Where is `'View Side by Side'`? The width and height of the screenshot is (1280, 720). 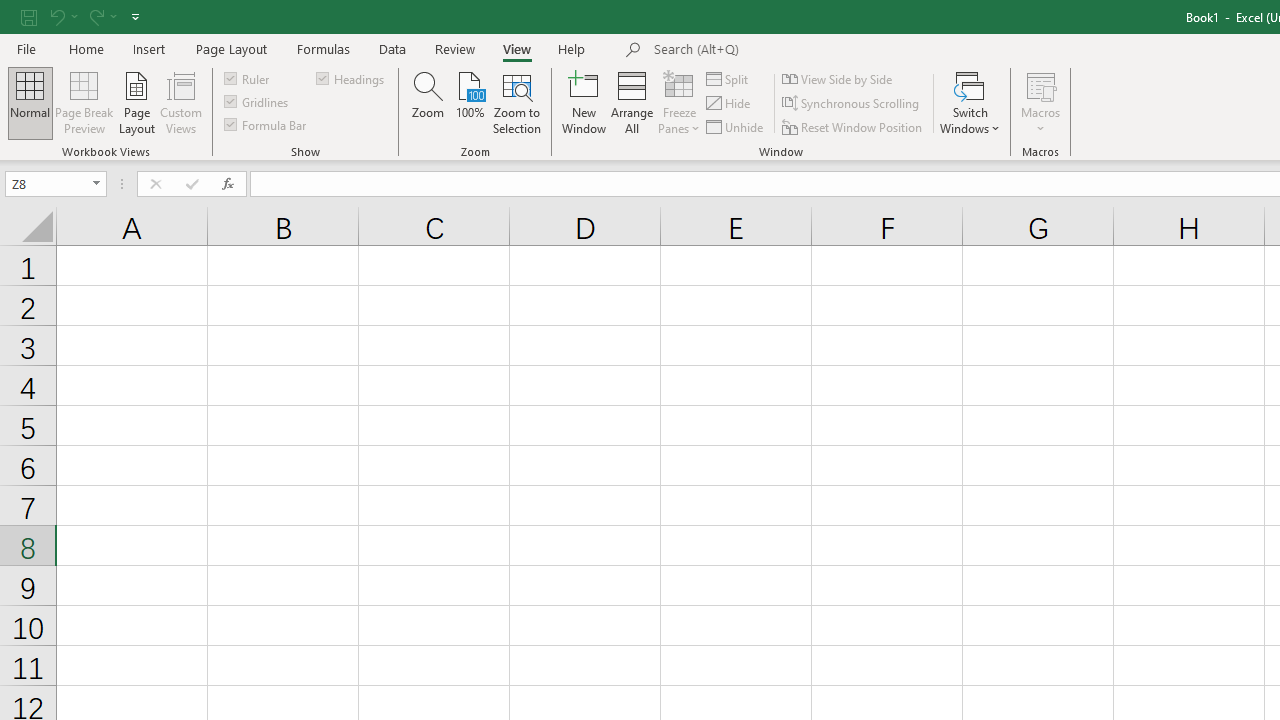 'View Side by Side' is located at coordinates (839, 78).